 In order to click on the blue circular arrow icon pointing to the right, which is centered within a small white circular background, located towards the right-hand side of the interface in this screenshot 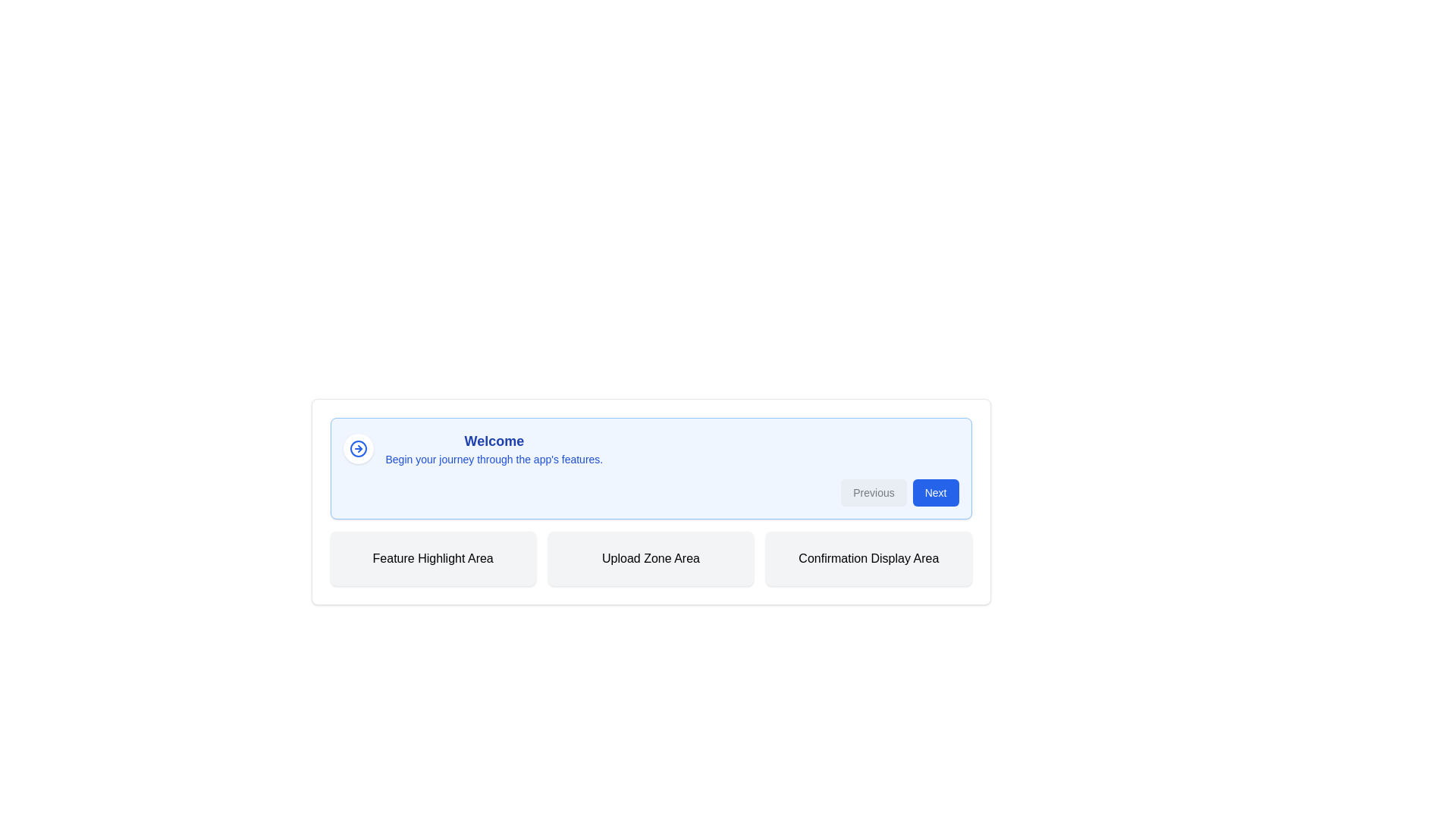, I will do `click(357, 447)`.